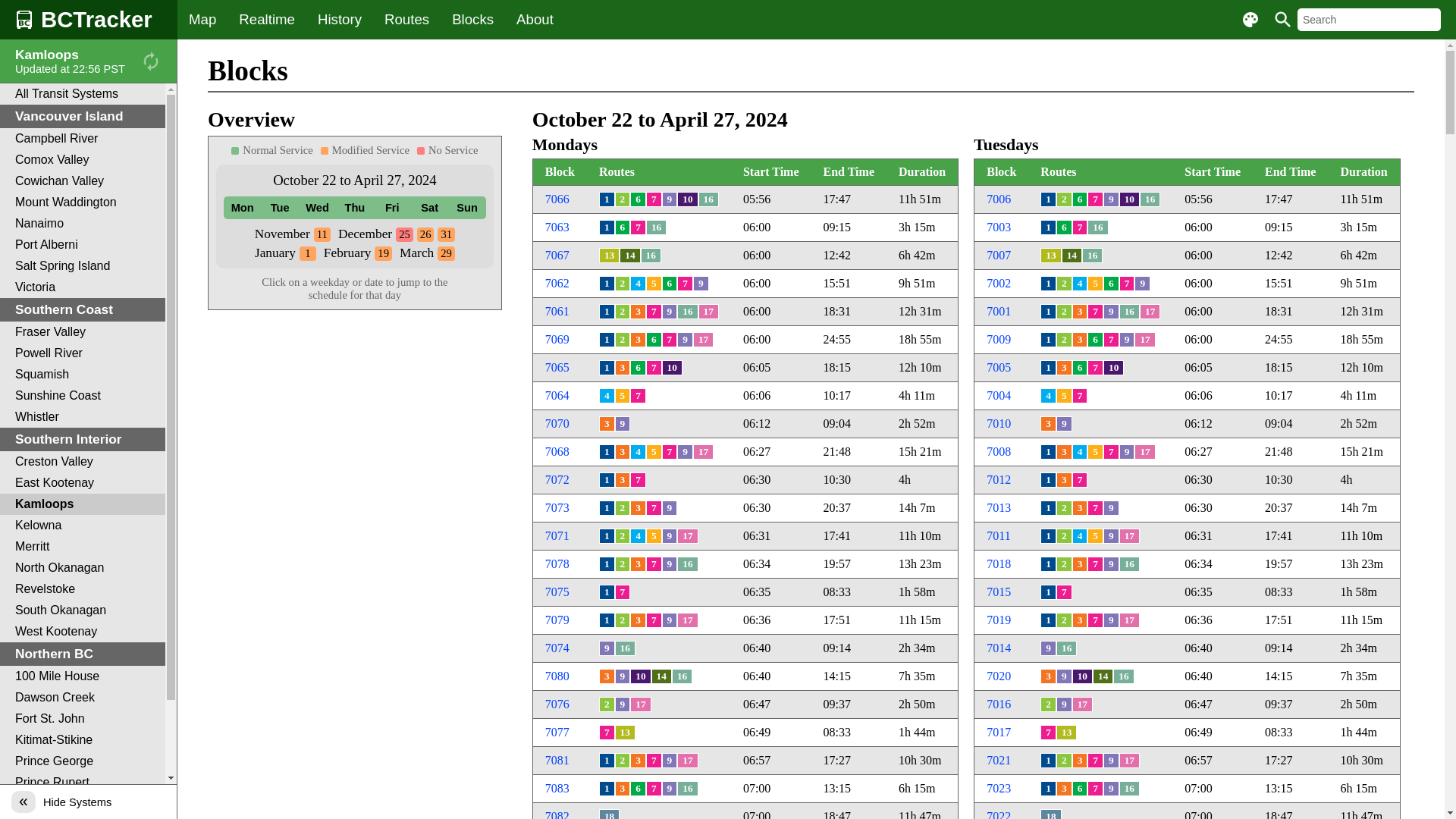 Image resolution: width=1456 pixels, height=819 pixels. What do you see at coordinates (651, 254) in the screenshot?
I see `'16'` at bounding box center [651, 254].